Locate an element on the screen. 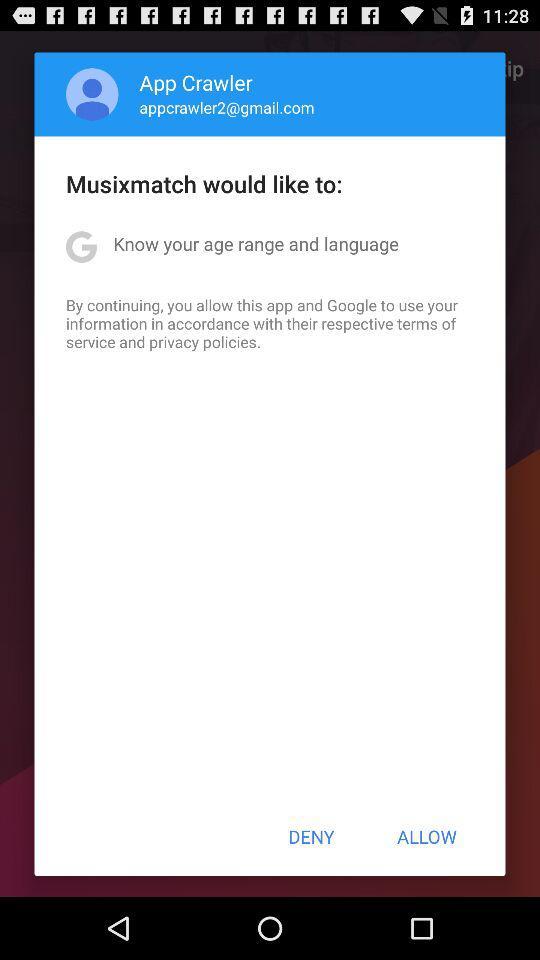 The height and width of the screenshot is (960, 540). appcrawler2@gmail.com item is located at coordinates (226, 107).